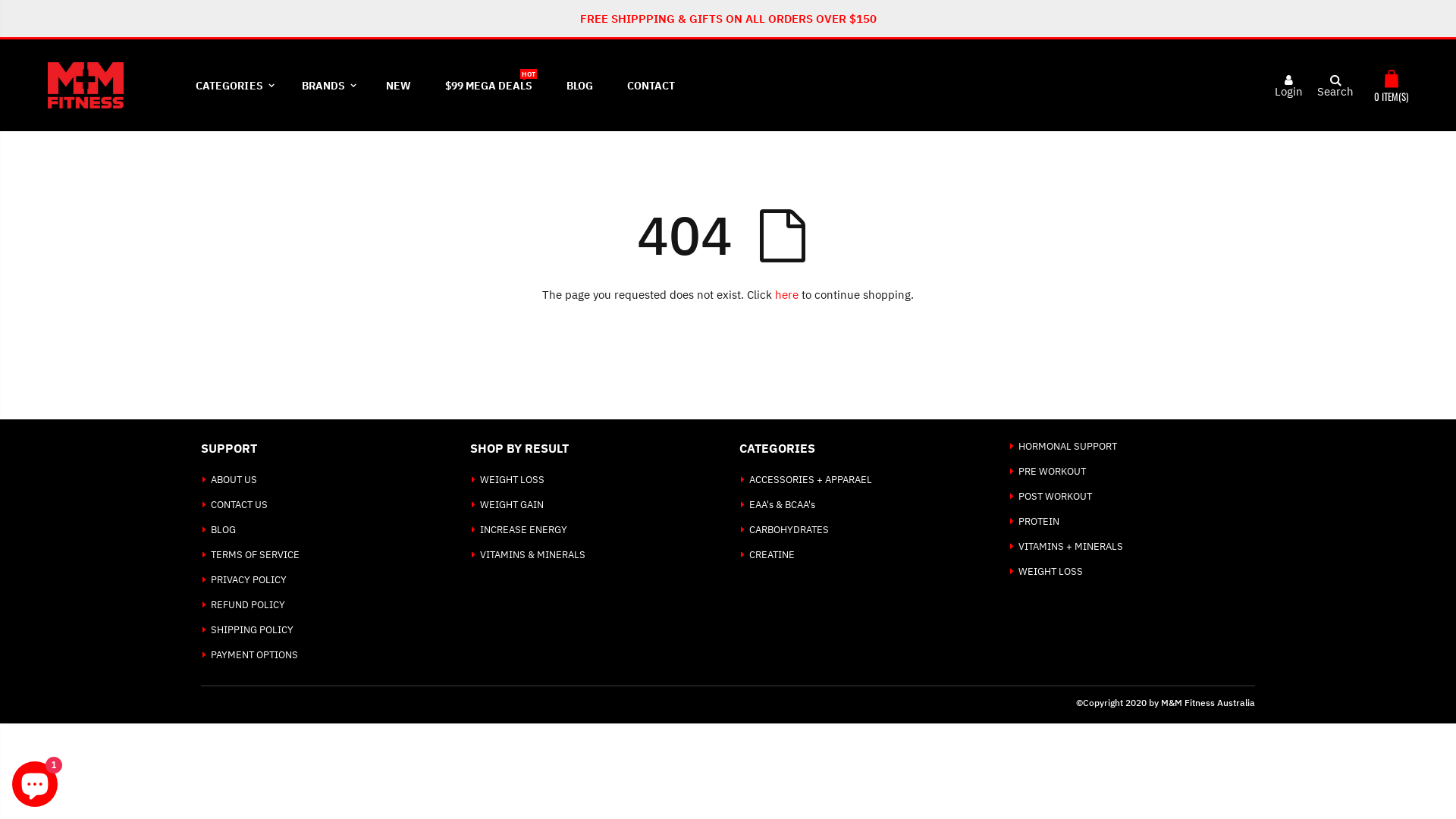 The image size is (1456, 819). Describe the element at coordinates (789, 529) in the screenshot. I see `'CARBOHYDRATES'` at that location.